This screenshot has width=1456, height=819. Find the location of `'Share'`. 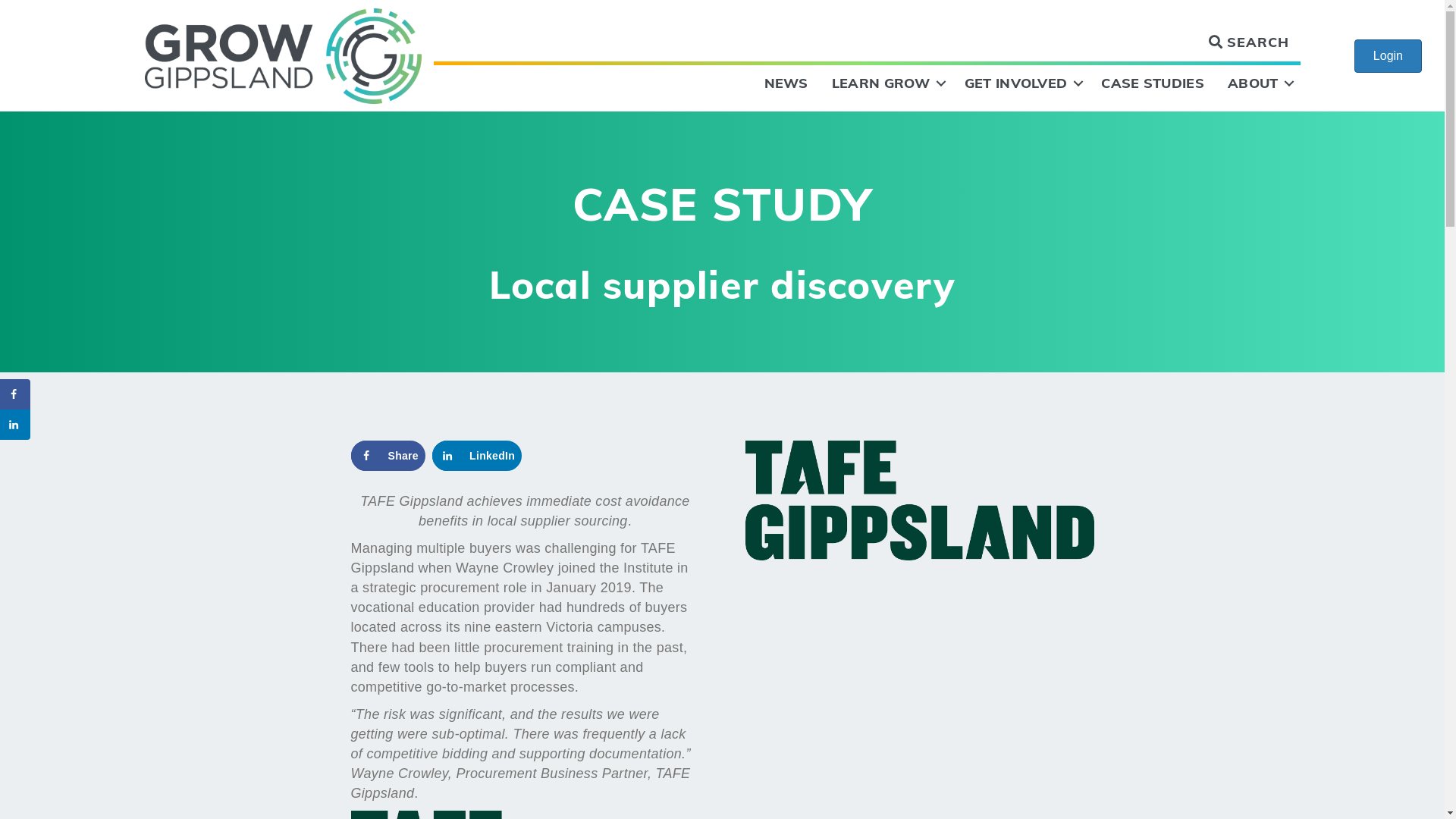

'Share' is located at coordinates (387, 455).